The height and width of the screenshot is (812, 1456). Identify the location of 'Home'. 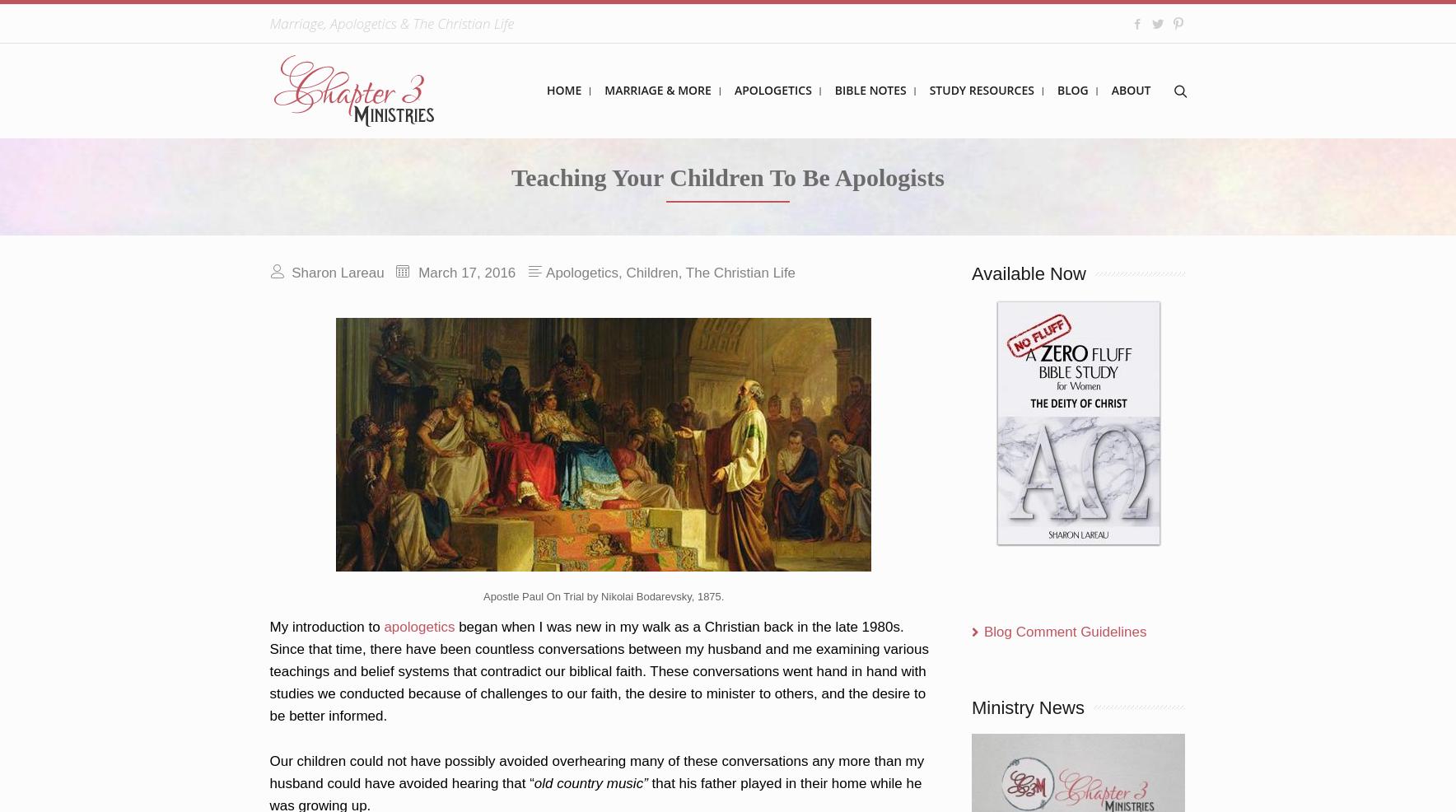
(563, 90).